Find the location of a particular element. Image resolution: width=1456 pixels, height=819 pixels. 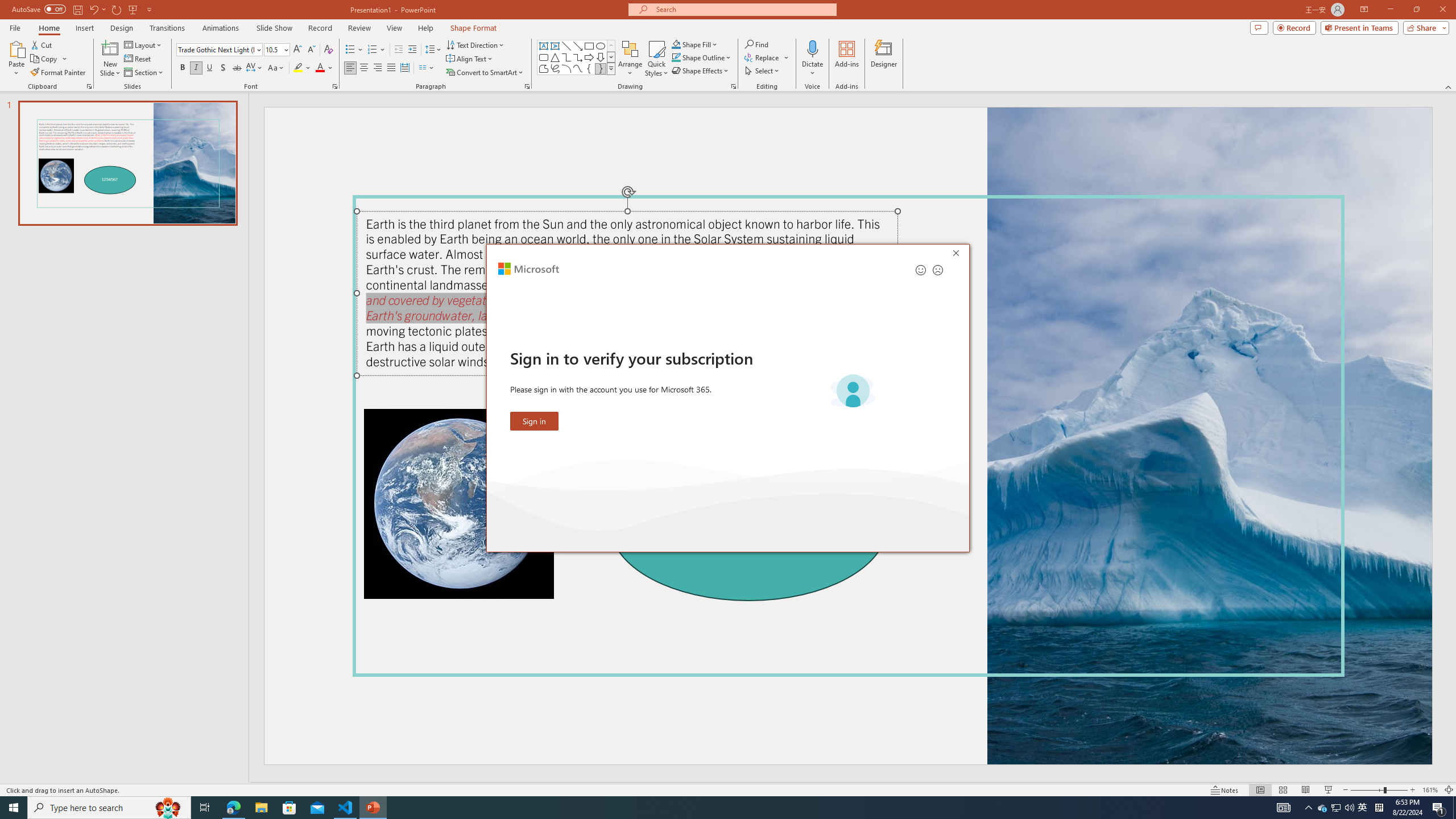

'Arrow: Down' is located at coordinates (600, 56).